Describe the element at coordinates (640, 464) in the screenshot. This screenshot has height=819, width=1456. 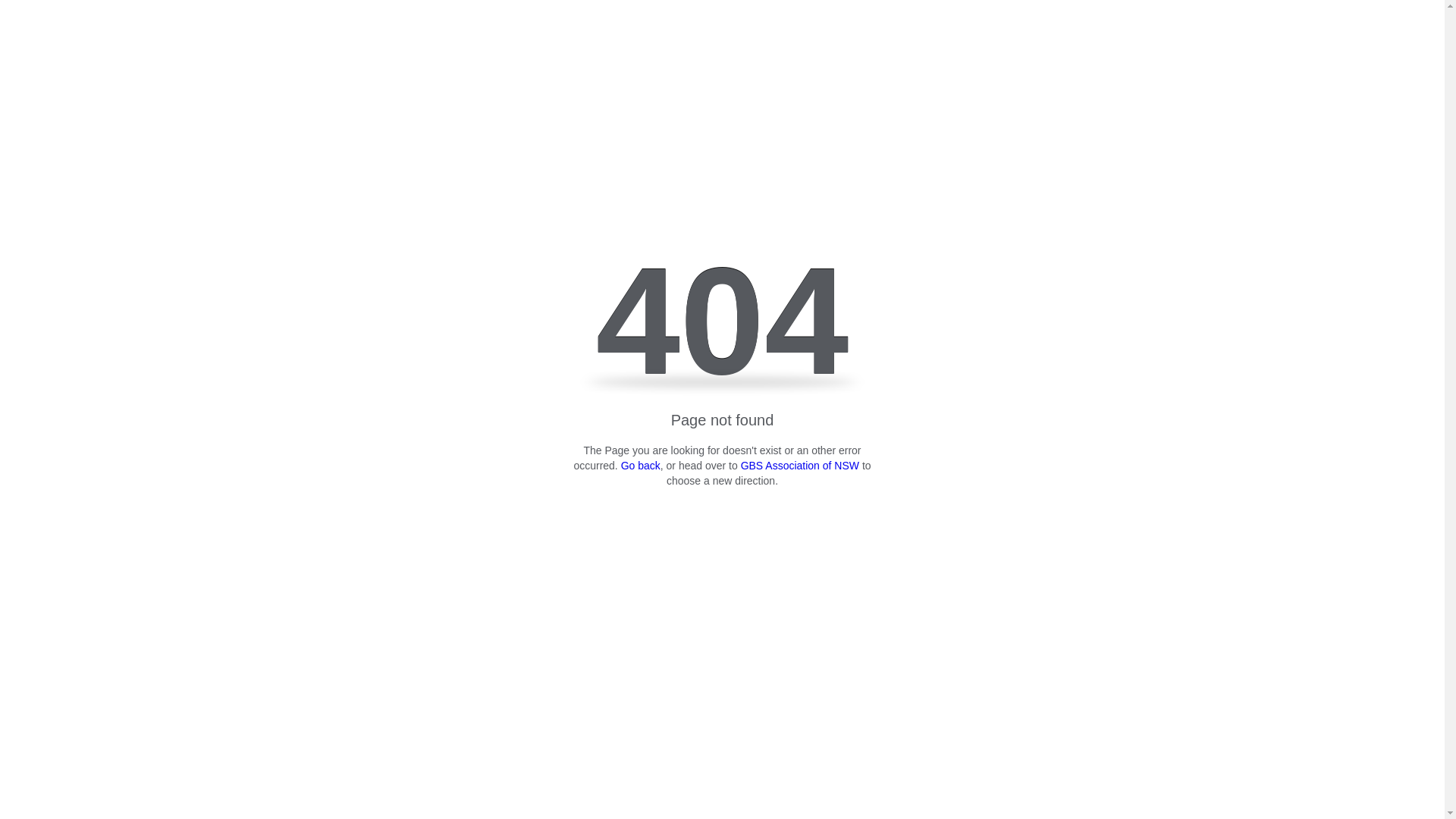
I see `'Go back'` at that location.